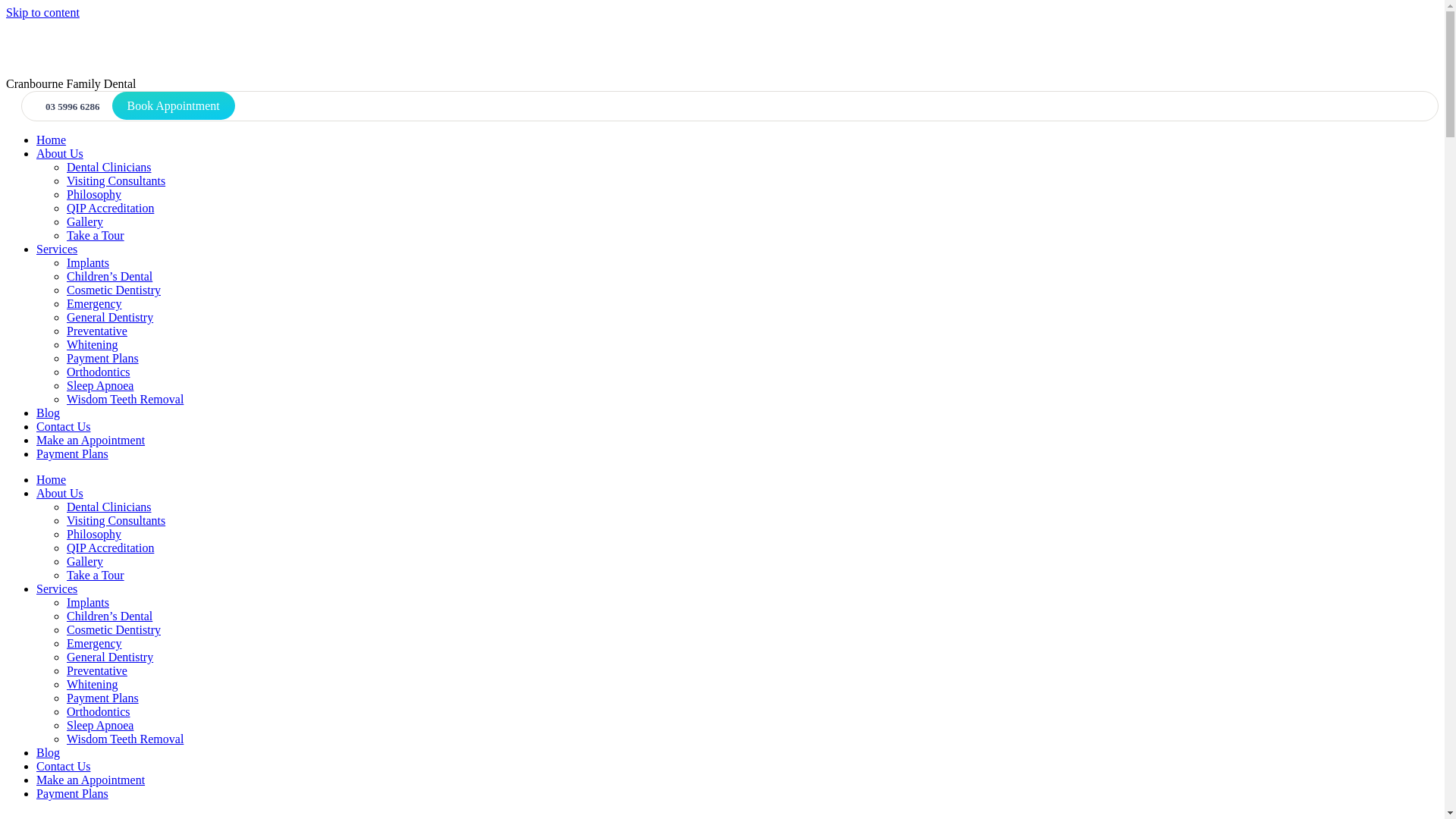 This screenshot has height=819, width=1456. Describe the element at coordinates (102, 698) in the screenshot. I see `'Payment Plans'` at that location.